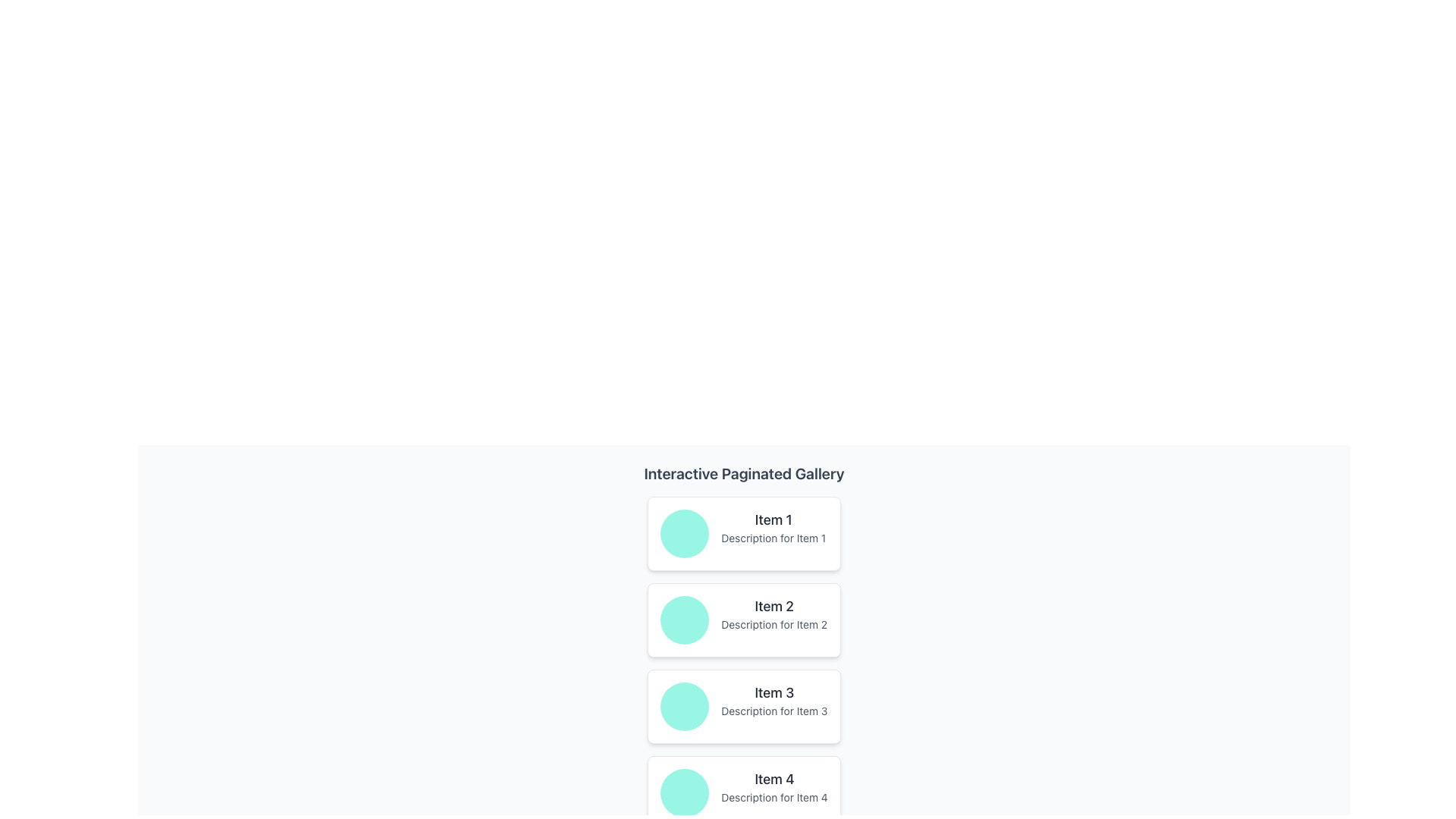 The image size is (1456, 819). What do you see at coordinates (773, 526) in the screenshot?
I see `descriptive text element that summarizes the purpose or content of the uppermost card in the vertically stacked list, which is aligned centrally within the right section of the card` at bounding box center [773, 526].